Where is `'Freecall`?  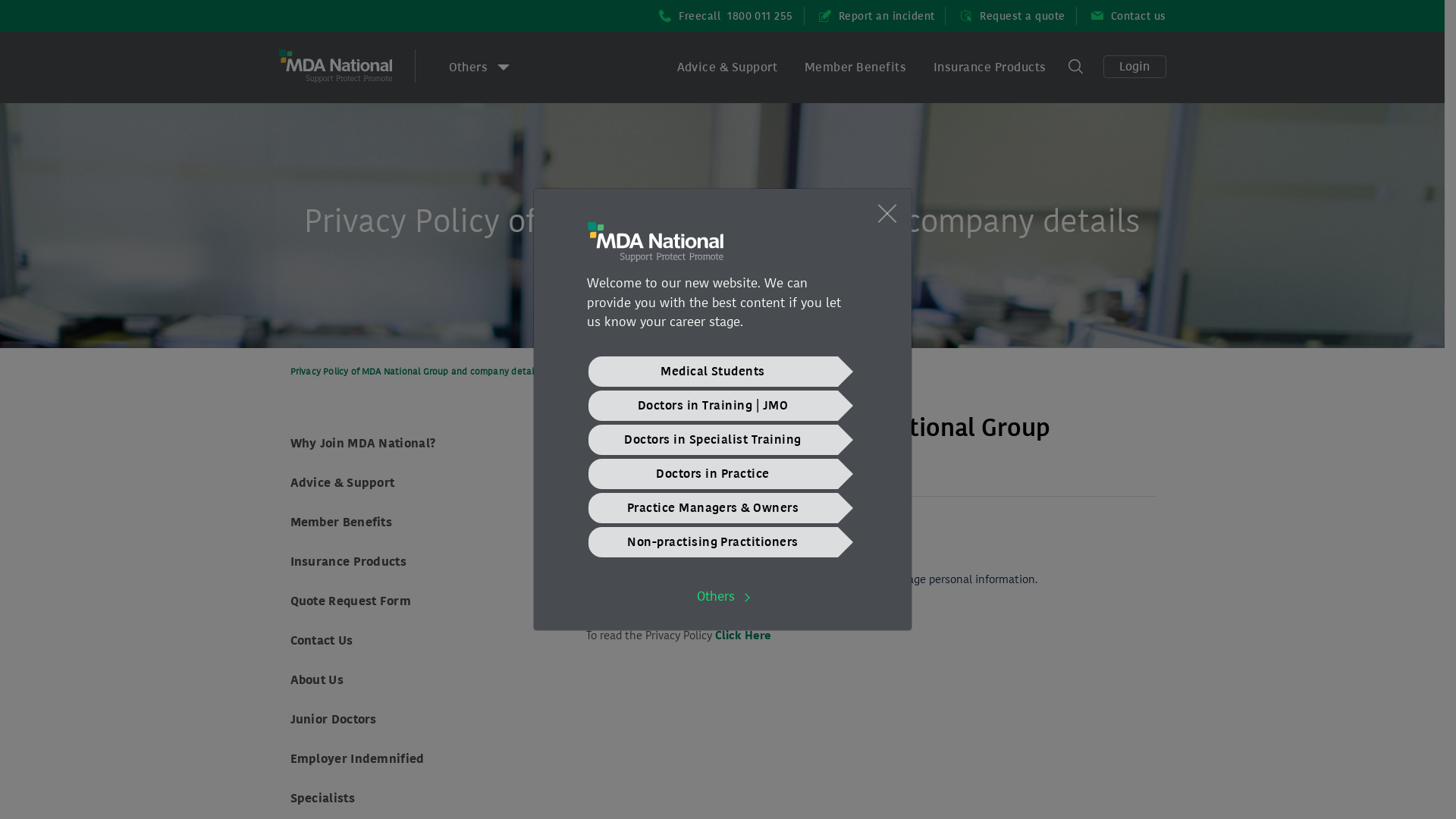 'Freecall is located at coordinates (718, 15).